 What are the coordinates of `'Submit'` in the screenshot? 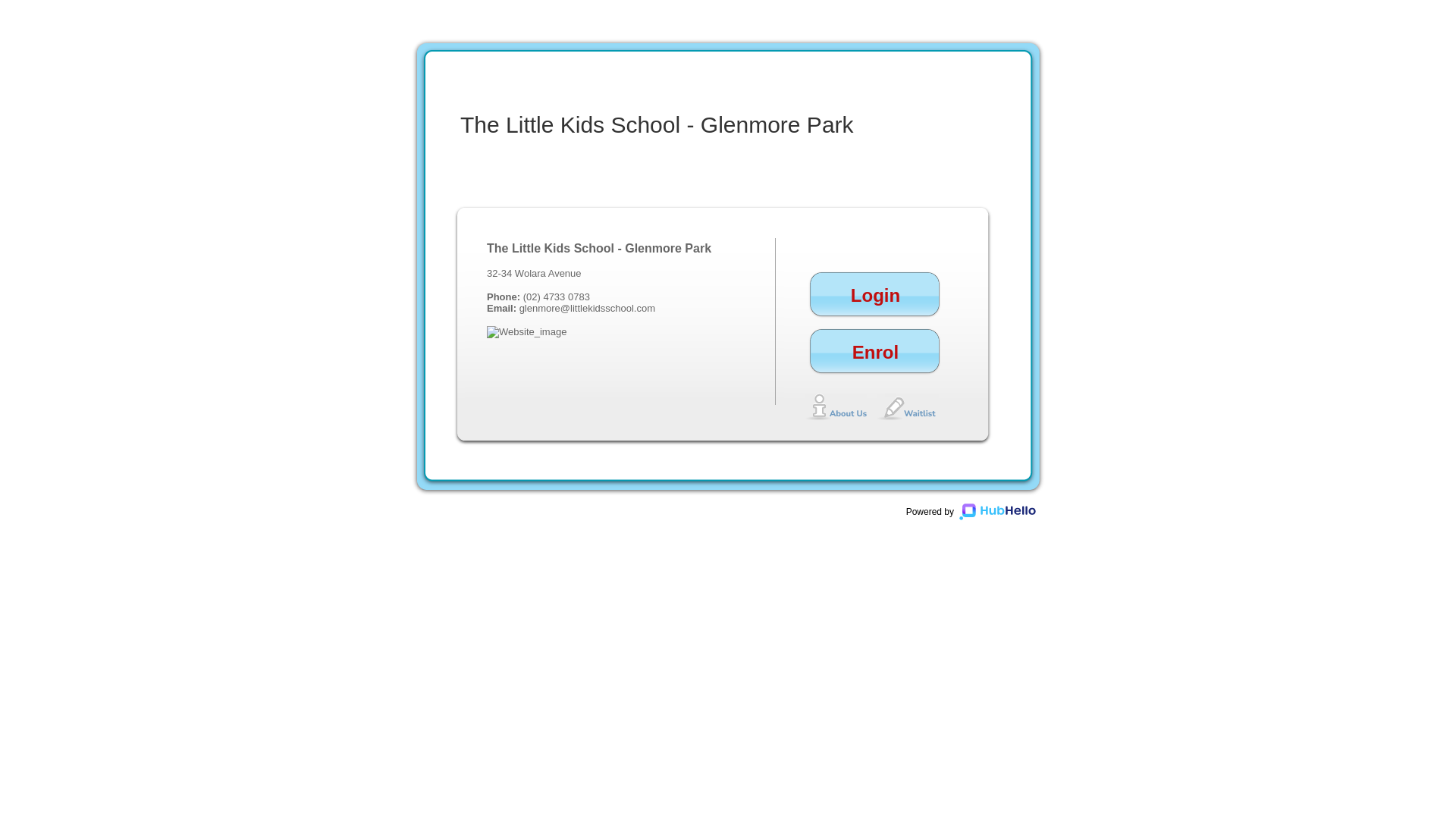 It's located at (1100, 539).